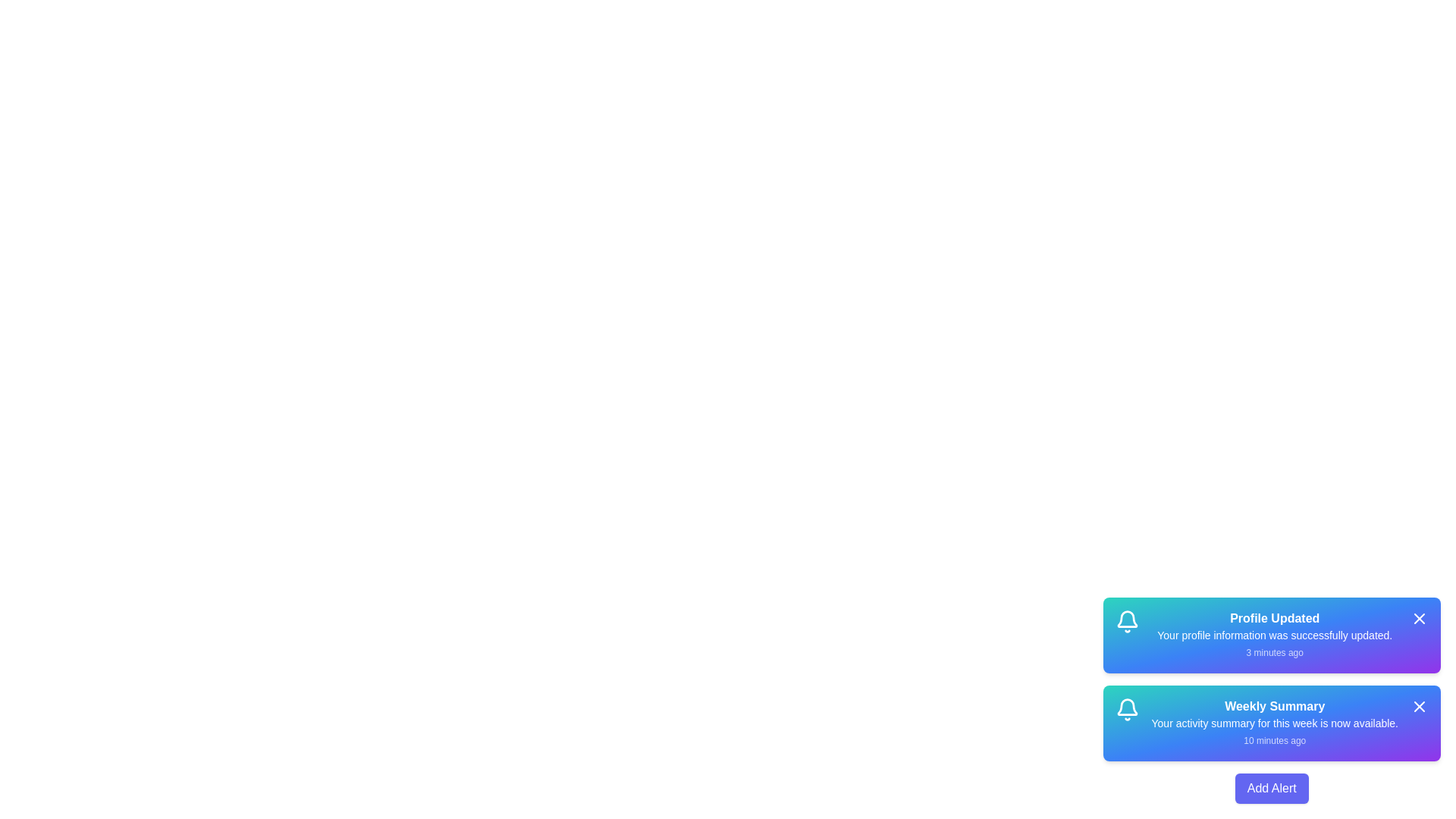 Image resolution: width=1456 pixels, height=819 pixels. Describe the element at coordinates (1419, 707) in the screenshot. I see `the close button of the alert titled 'Weekly Summary' to remove it` at that location.